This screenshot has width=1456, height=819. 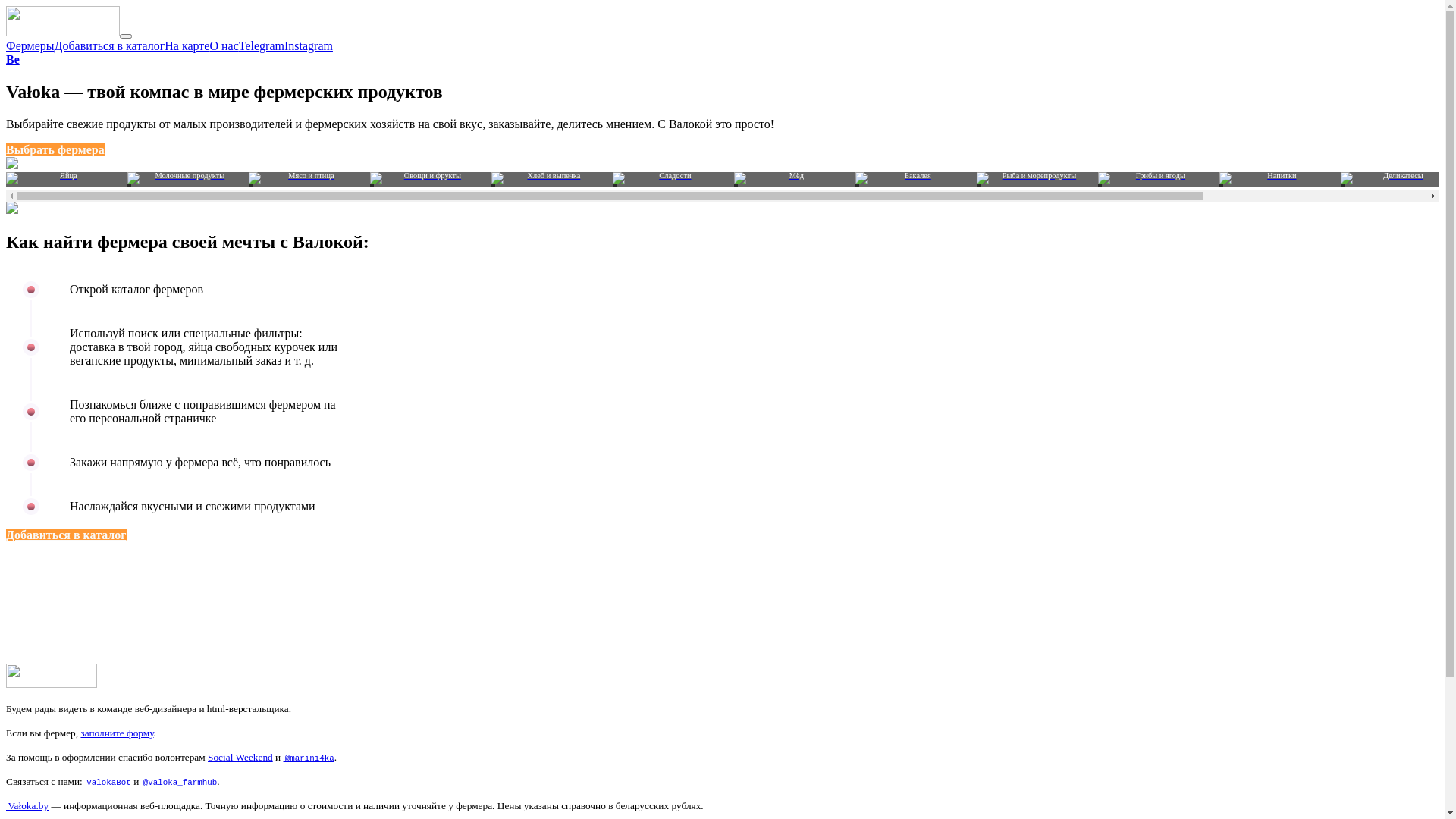 I want to click on 'Instagram', so click(x=308, y=45).